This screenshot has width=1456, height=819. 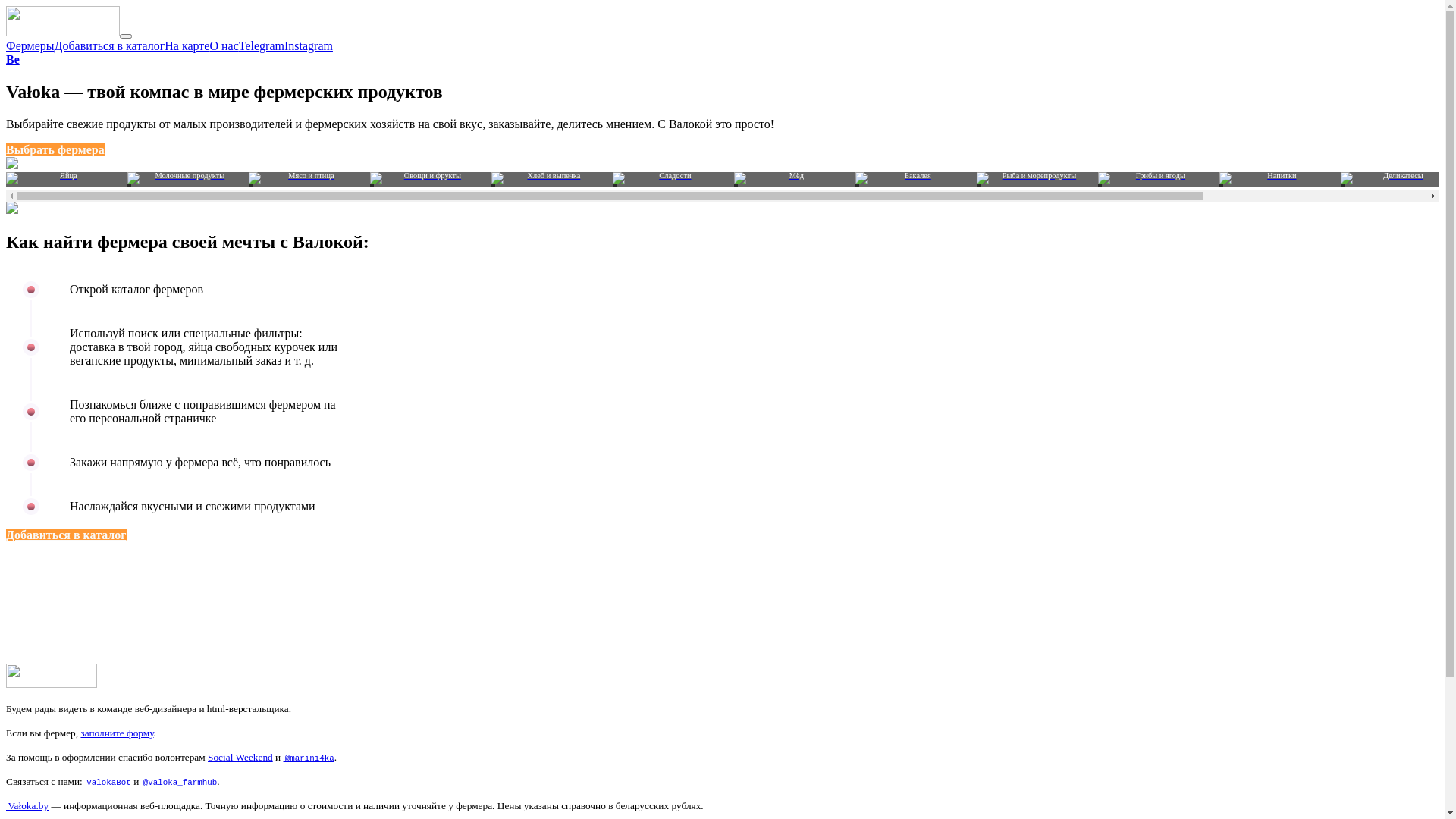 I want to click on 'Instagram', so click(x=308, y=45).